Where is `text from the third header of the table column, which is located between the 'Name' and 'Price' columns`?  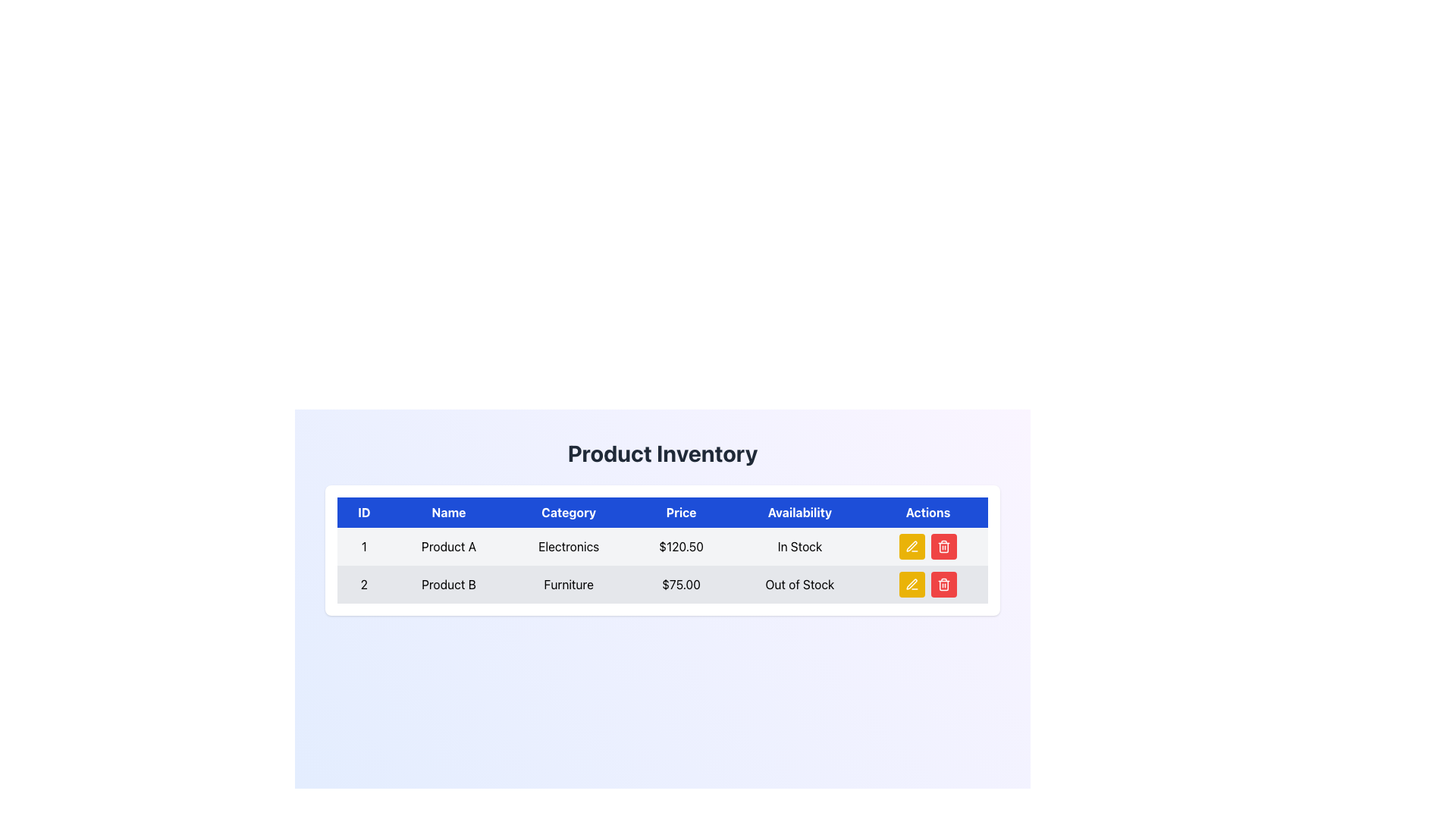
text from the third header of the table column, which is located between the 'Name' and 'Price' columns is located at coordinates (568, 512).